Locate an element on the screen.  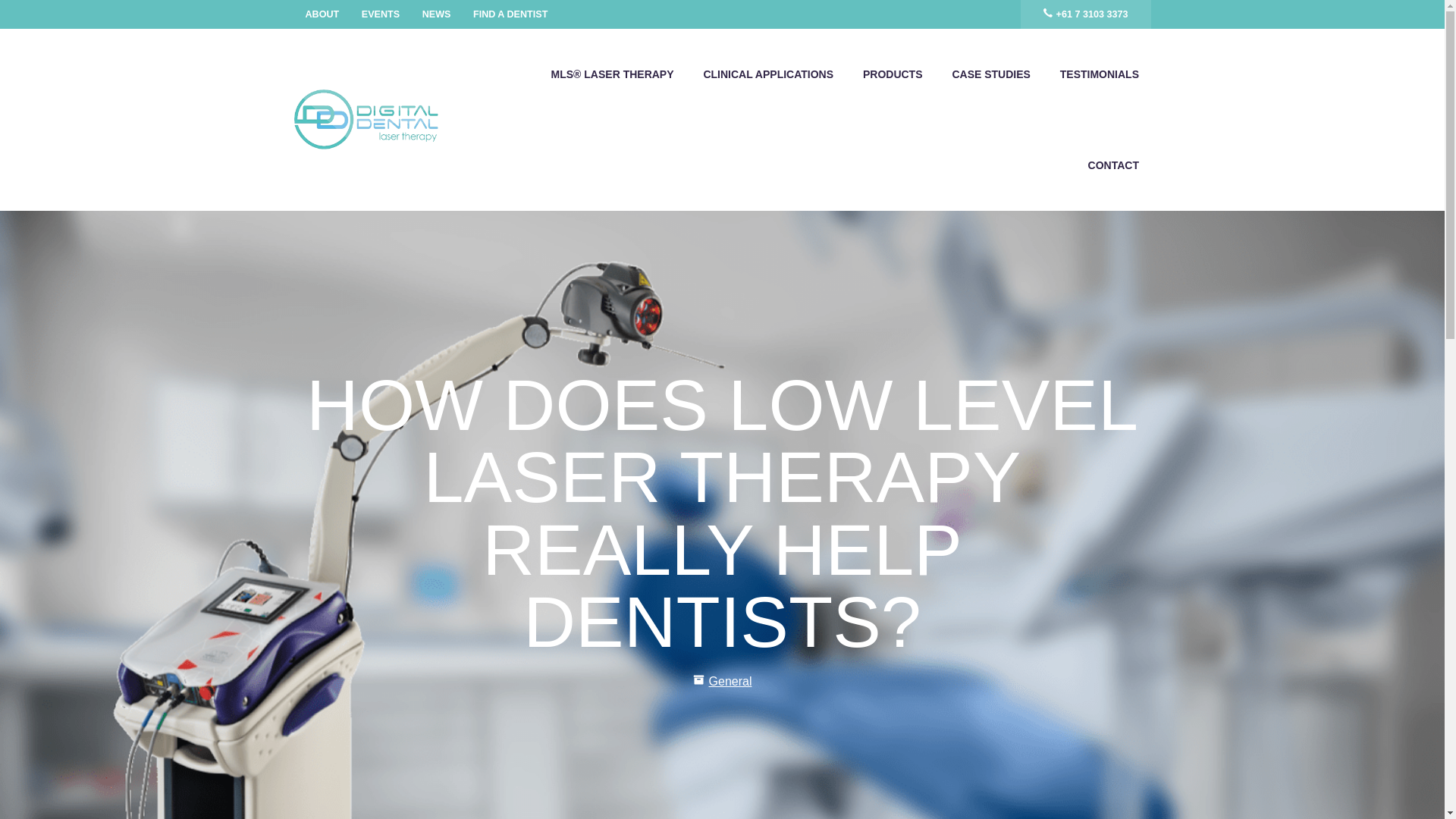
'PRODUCTS' is located at coordinates (892, 74).